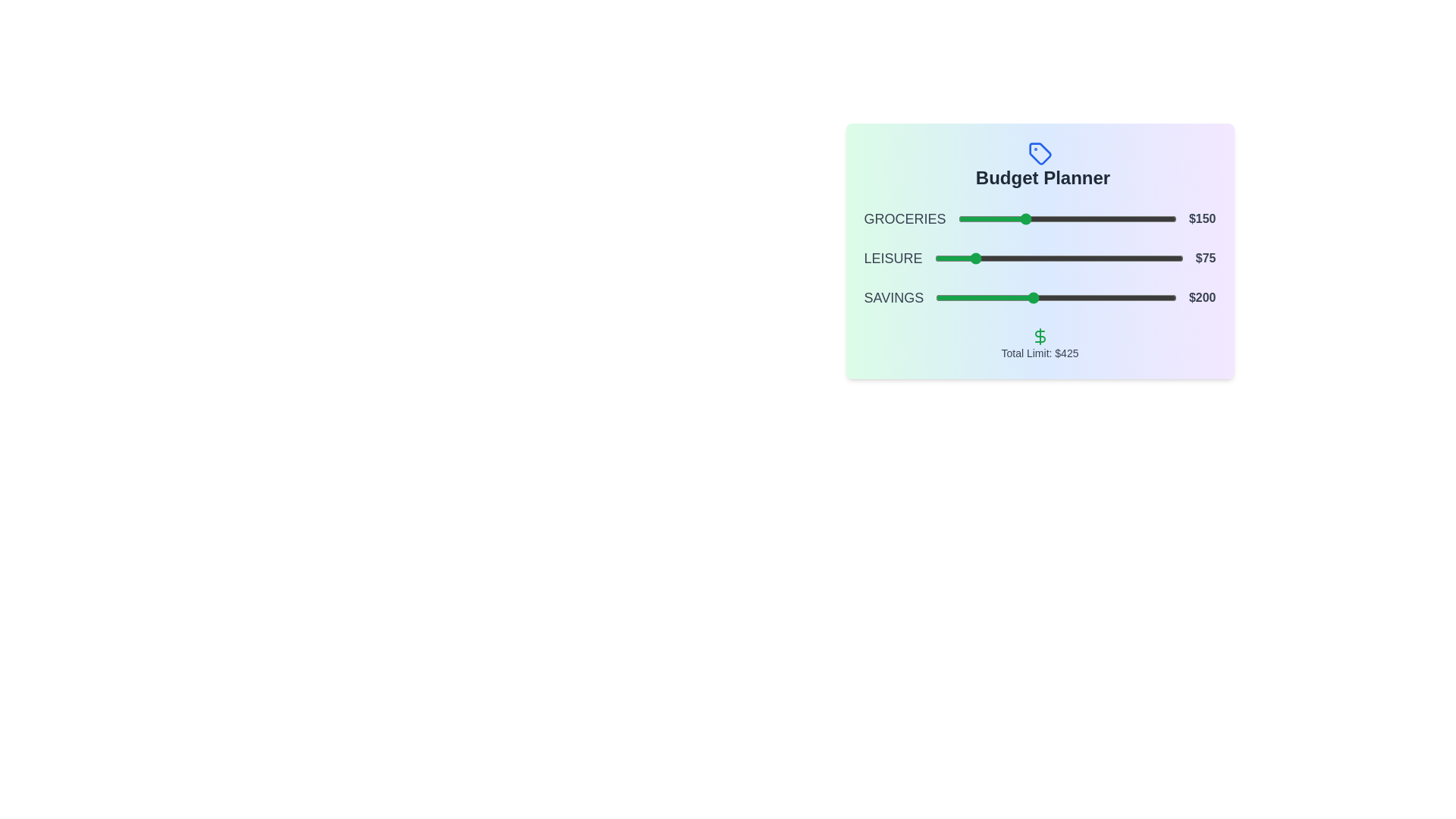  I want to click on the slider for 0 to 175, so click(1034, 219).